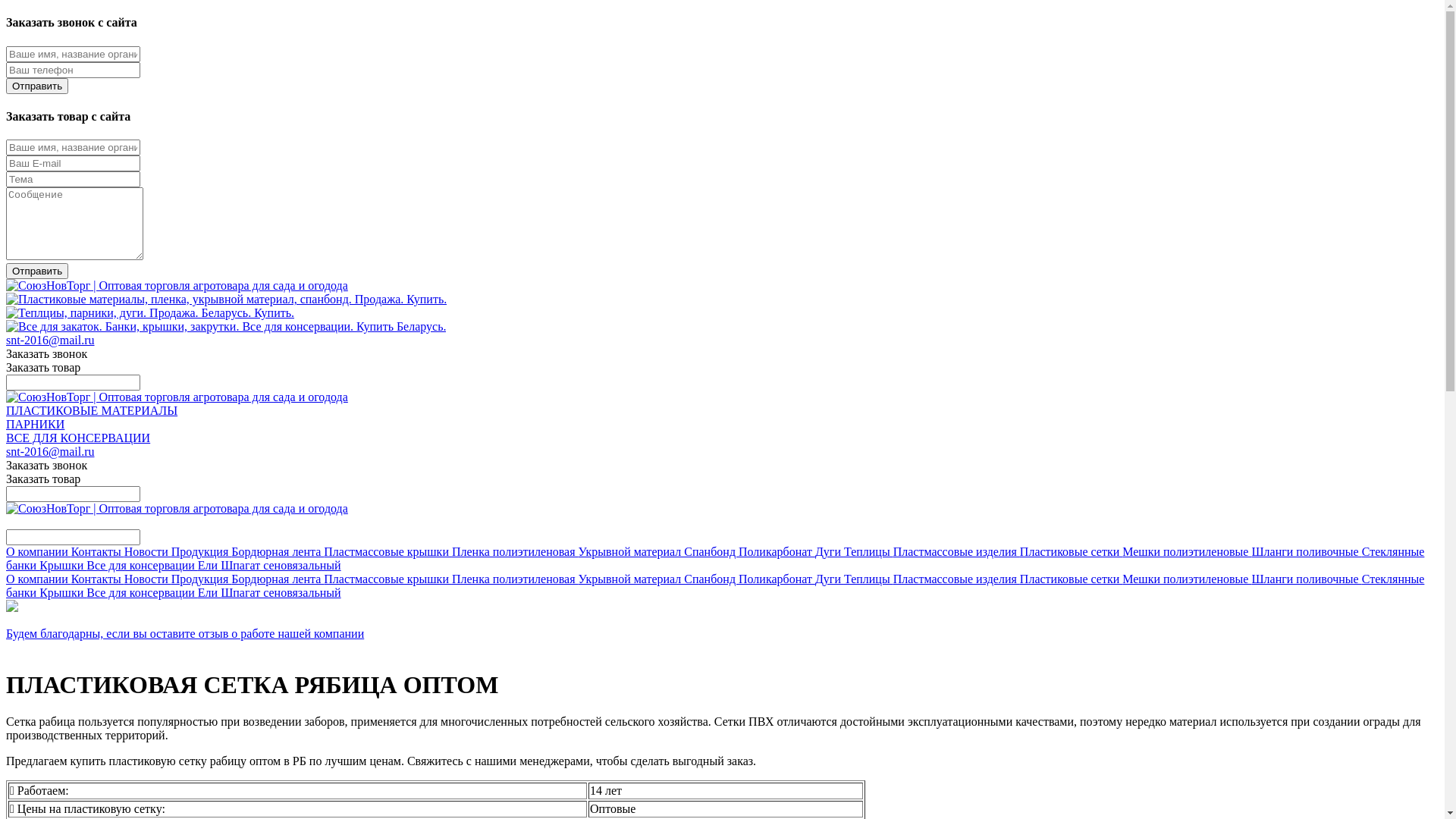 Image resolution: width=1456 pixels, height=819 pixels. What do you see at coordinates (50, 339) in the screenshot?
I see `'snt-2016@mail.ru'` at bounding box center [50, 339].